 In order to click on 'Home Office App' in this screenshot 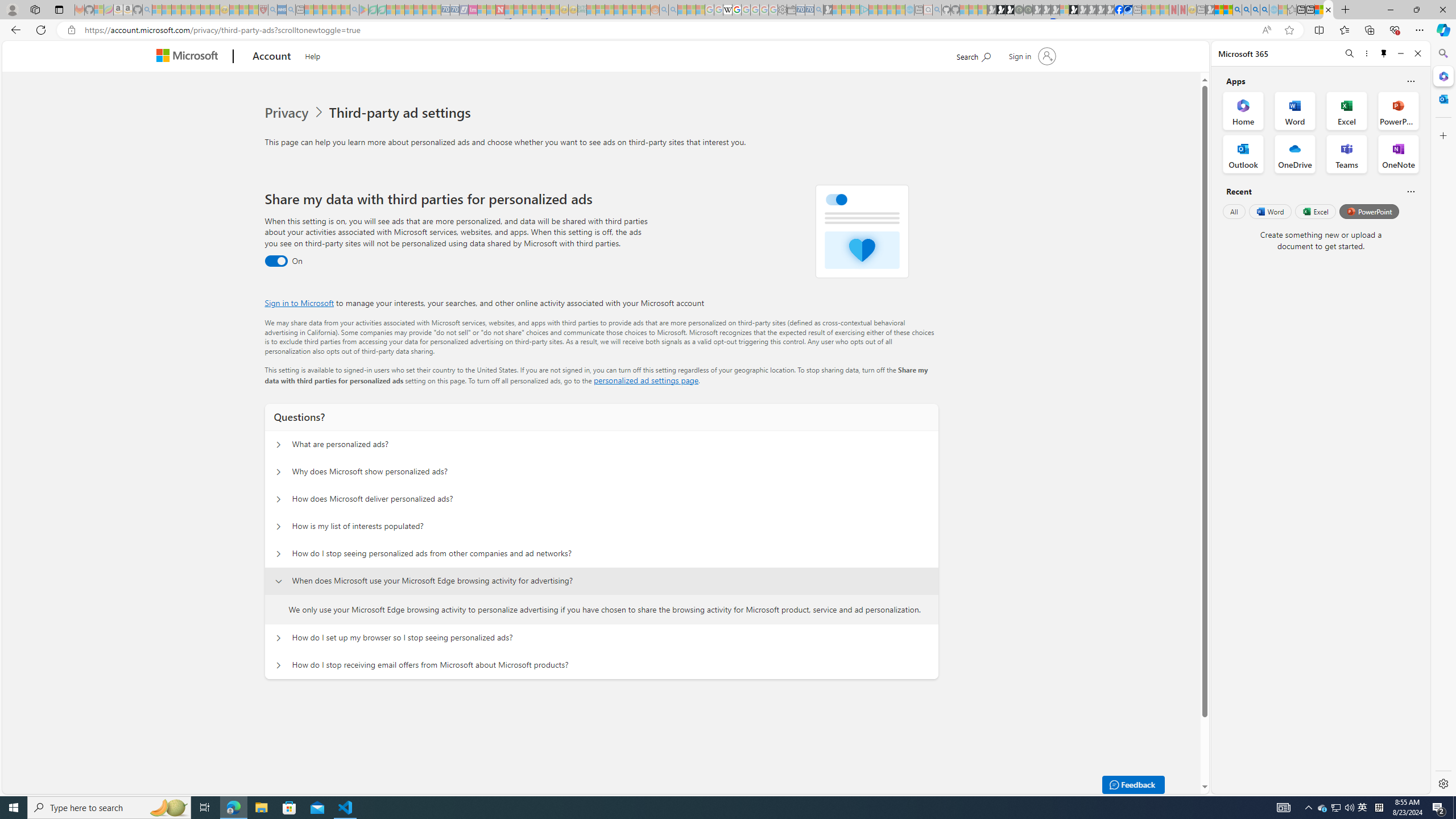, I will do `click(1243, 111)`.